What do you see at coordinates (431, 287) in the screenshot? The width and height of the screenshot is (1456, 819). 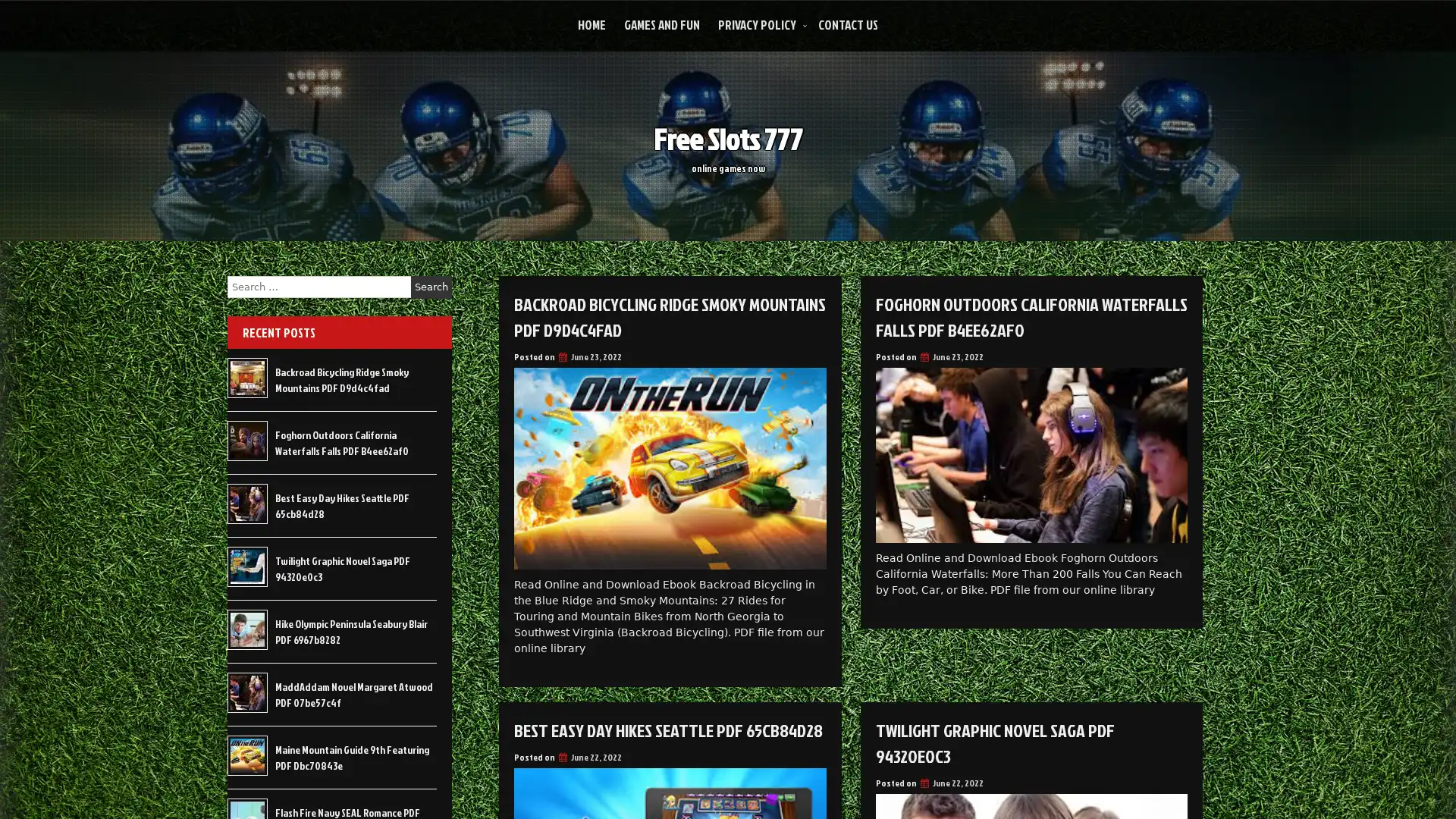 I see `Search` at bounding box center [431, 287].